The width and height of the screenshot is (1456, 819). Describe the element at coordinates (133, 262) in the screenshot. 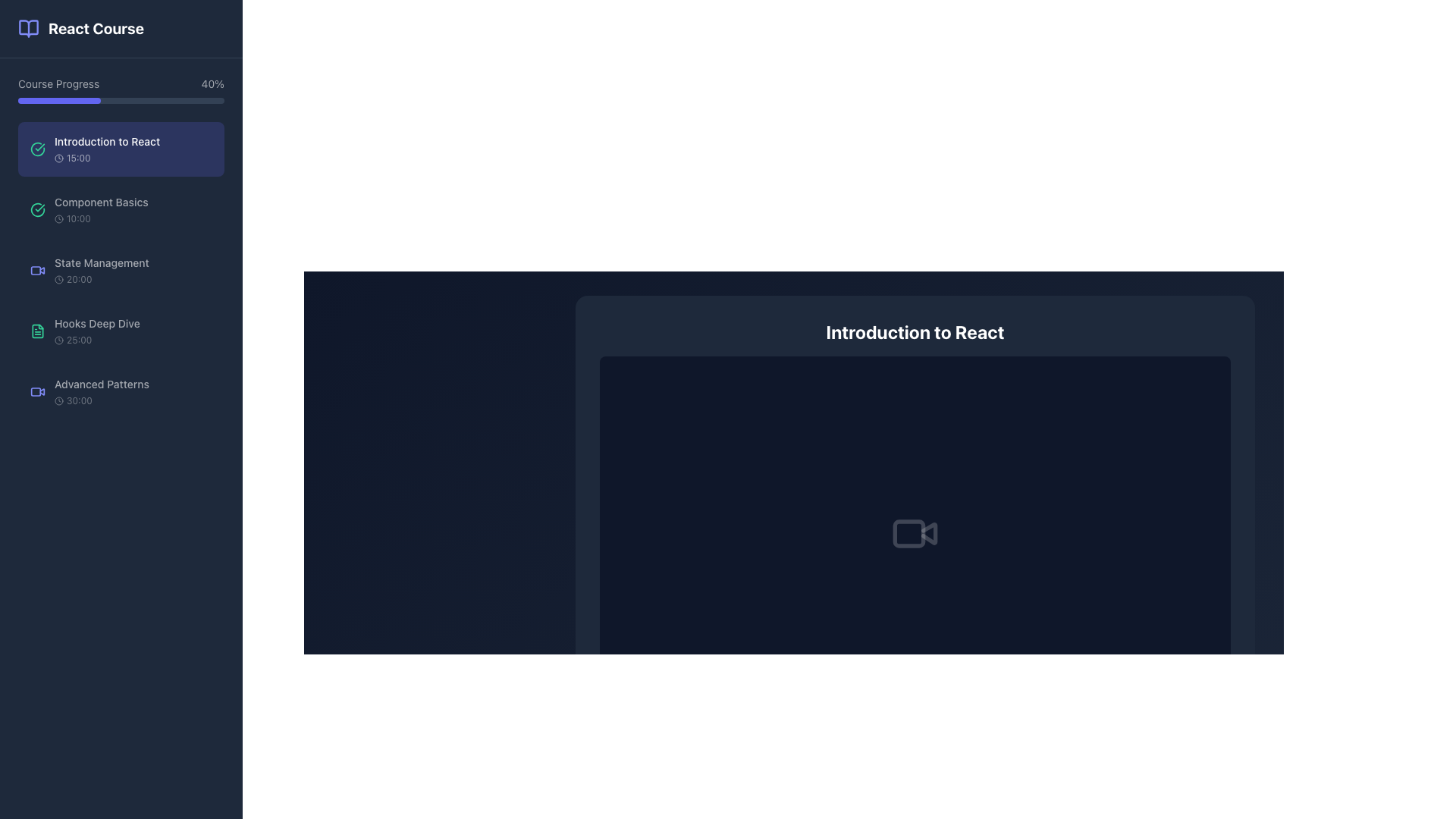

I see `the text label 'State Management' located` at that location.